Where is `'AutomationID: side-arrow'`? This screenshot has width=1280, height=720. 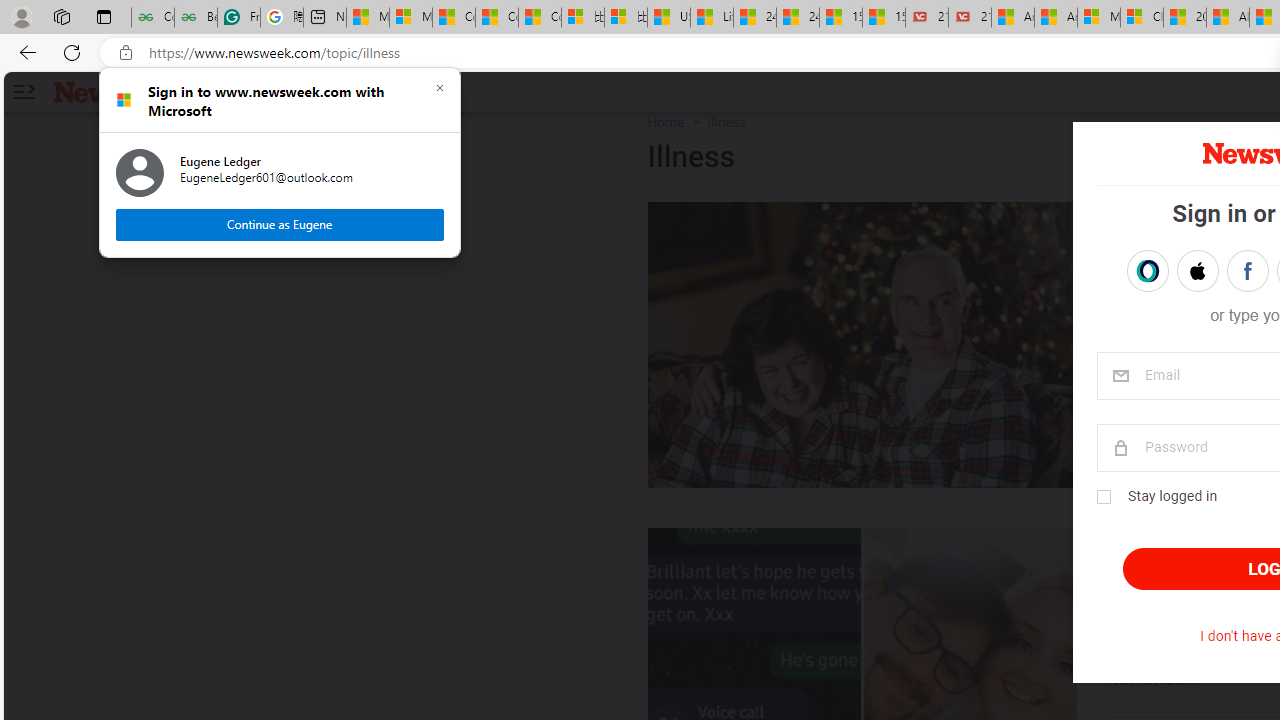
'AutomationID: side-arrow' is located at coordinates (23, 92).